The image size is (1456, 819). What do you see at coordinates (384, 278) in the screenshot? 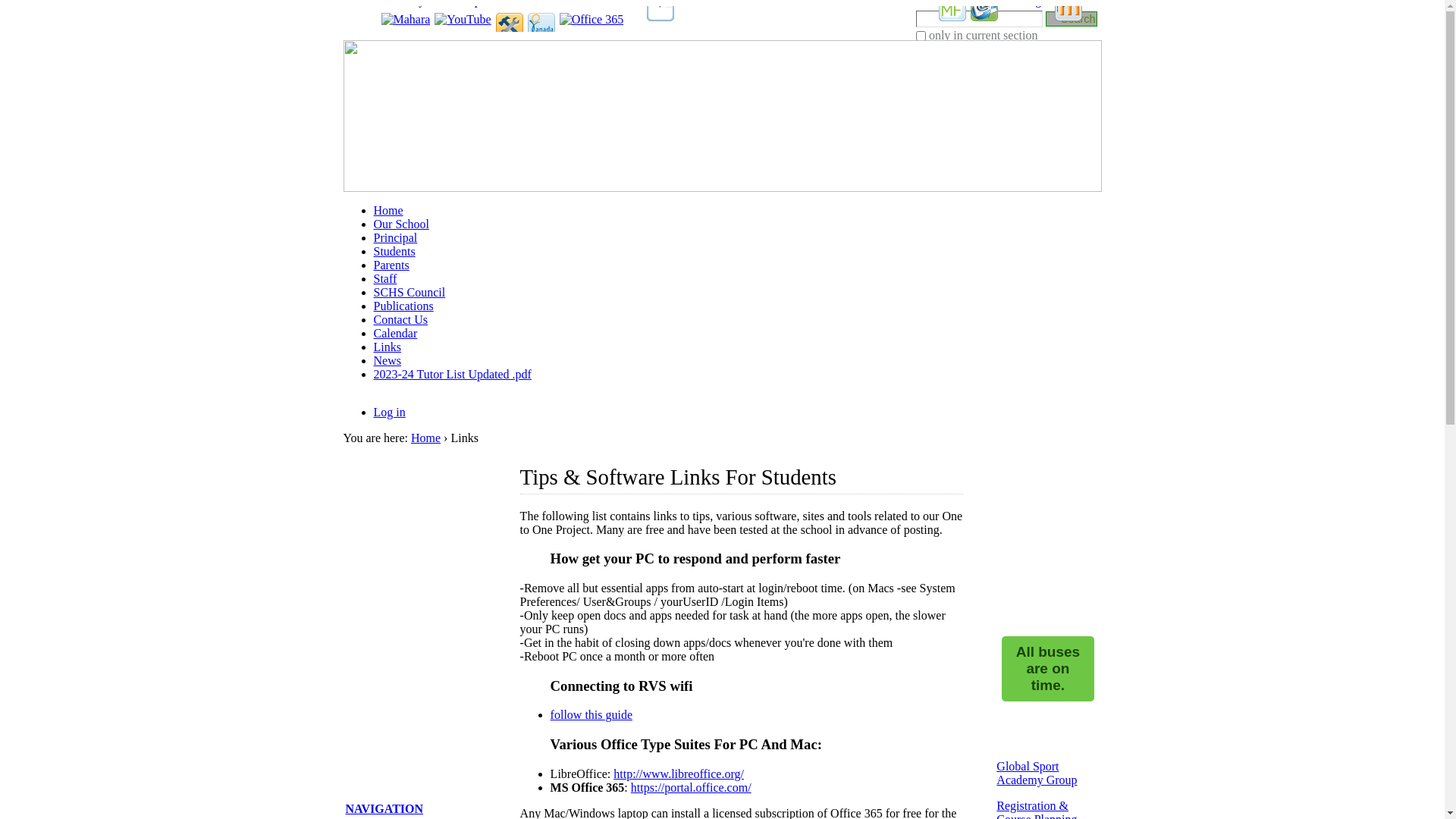
I see `'Staff'` at bounding box center [384, 278].